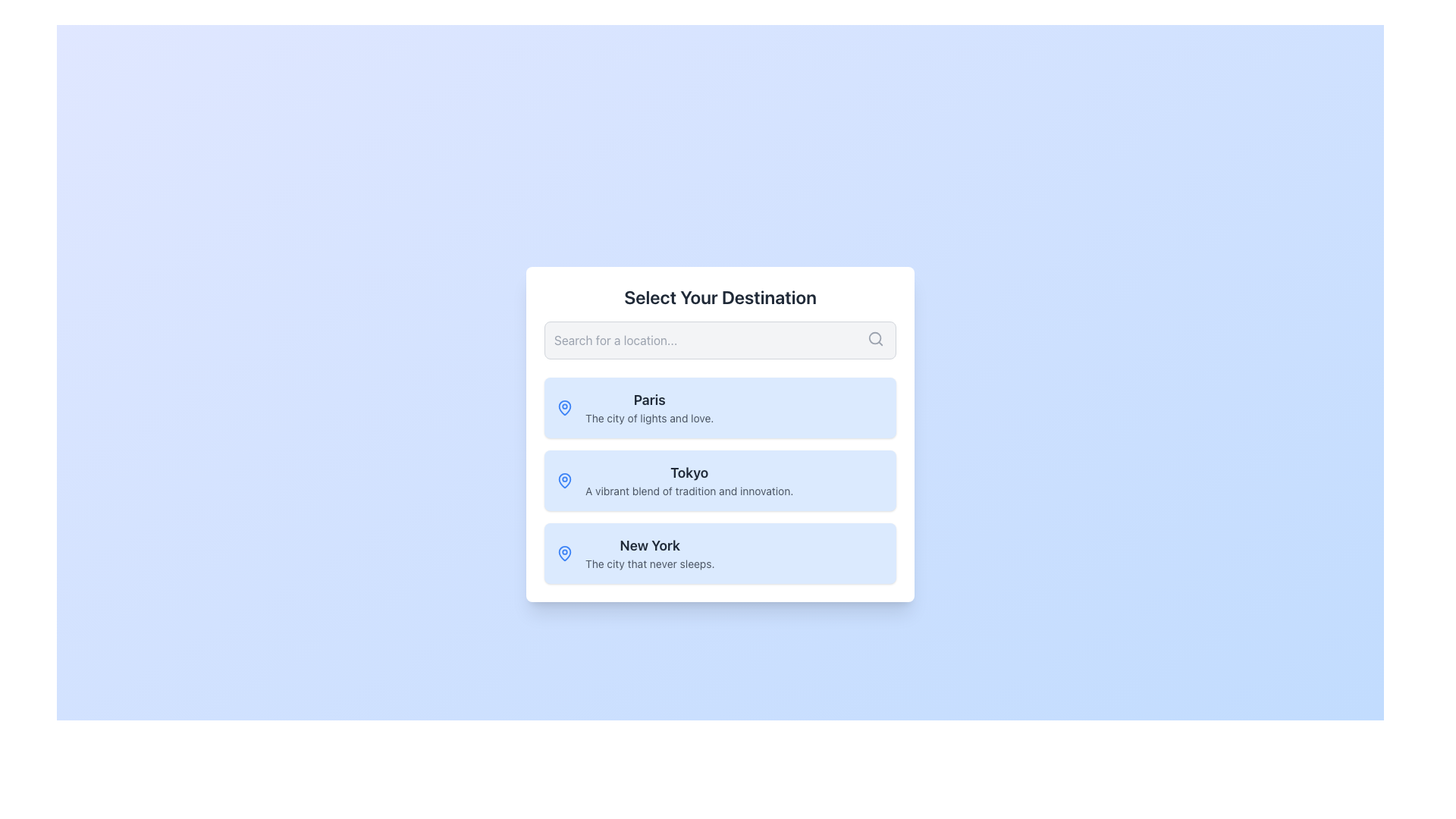 Image resolution: width=1456 pixels, height=819 pixels. I want to click on the text label indicating the destination 'Paris', which is the first selectable option in the list under 'Select Your Destination', so click(649, 400).